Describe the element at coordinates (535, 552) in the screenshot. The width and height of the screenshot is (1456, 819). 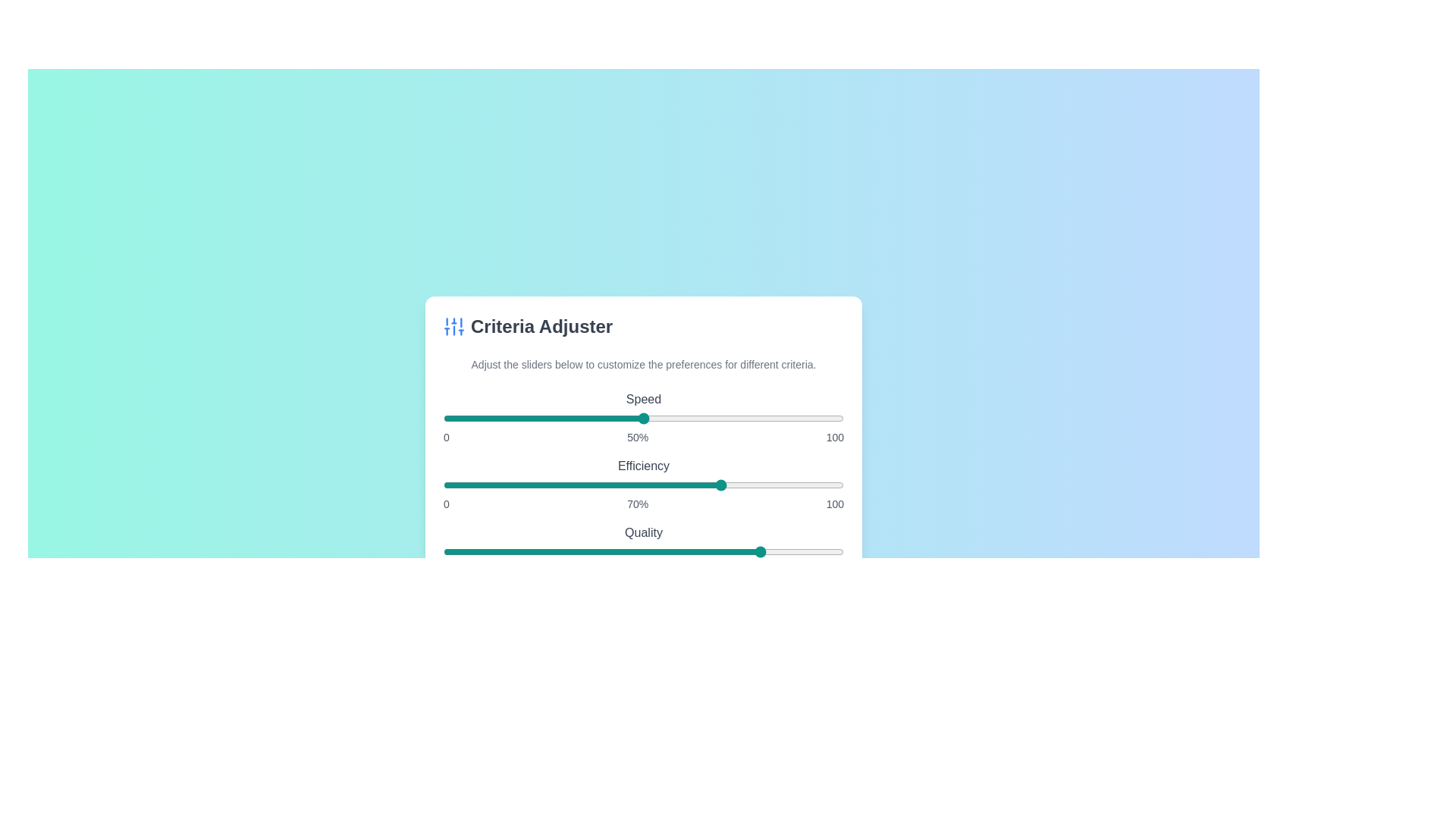
I see `the 'Quality' slider to set its value to 23` at that location.